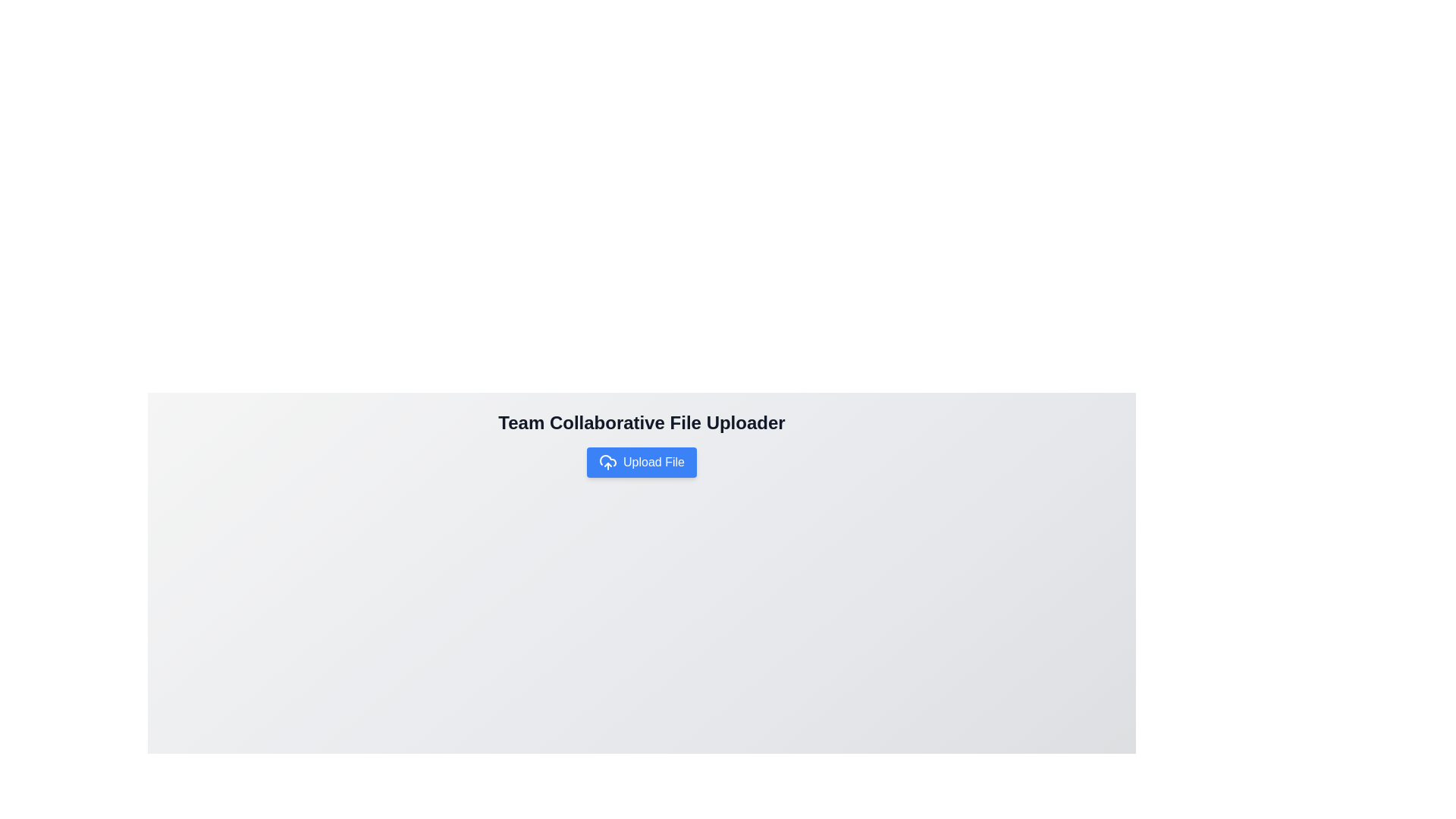 The height and width of the screenshot is (819, 1456). I want to click on the upload icon, which is part of the cloud-shaped icon with an upward arrow, located at the center of the 'Upload File' button, so click(607, 460).